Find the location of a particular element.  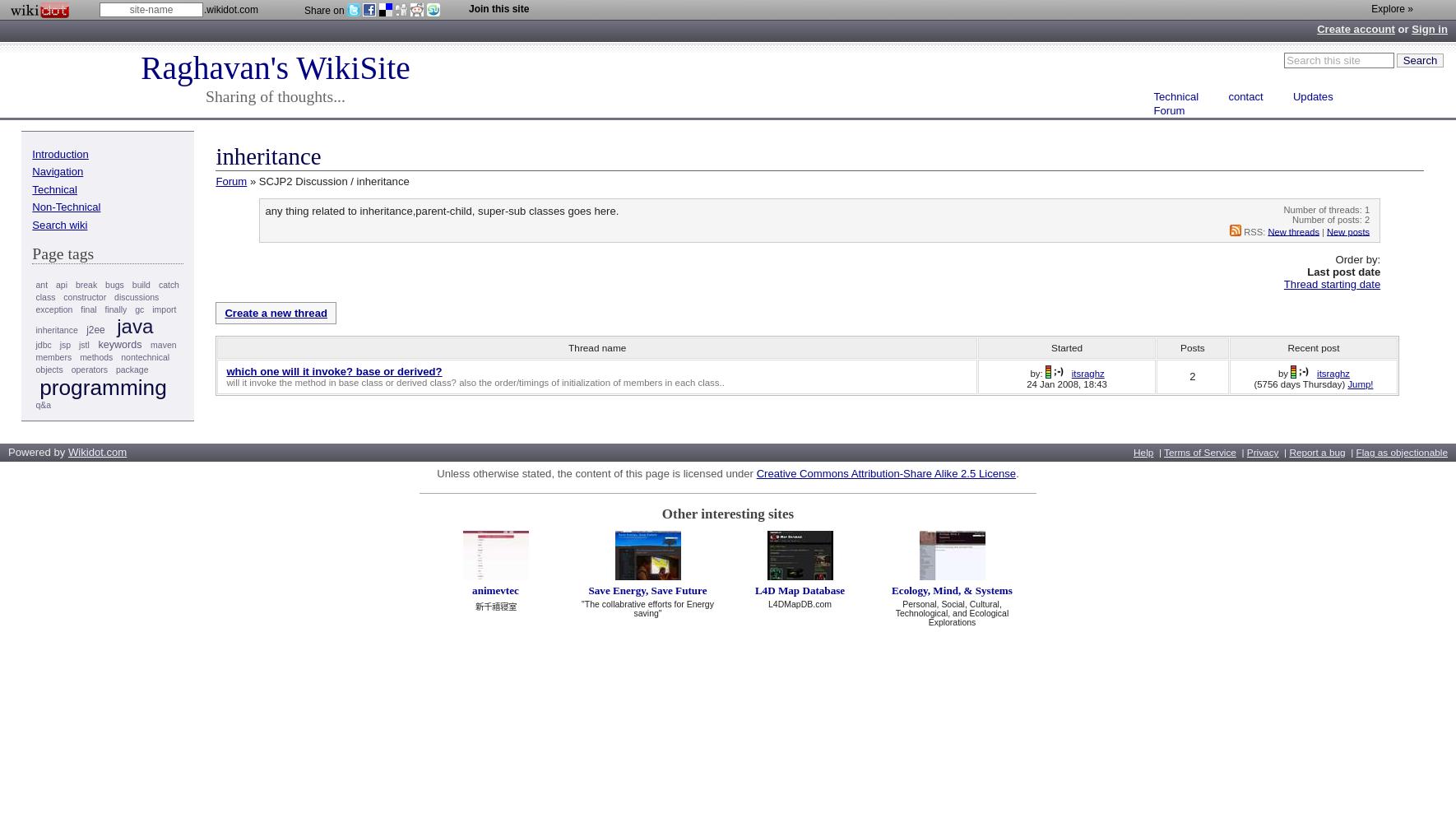

'24 Jan 2008, 18:43' is located at coordinates (1065, 383).